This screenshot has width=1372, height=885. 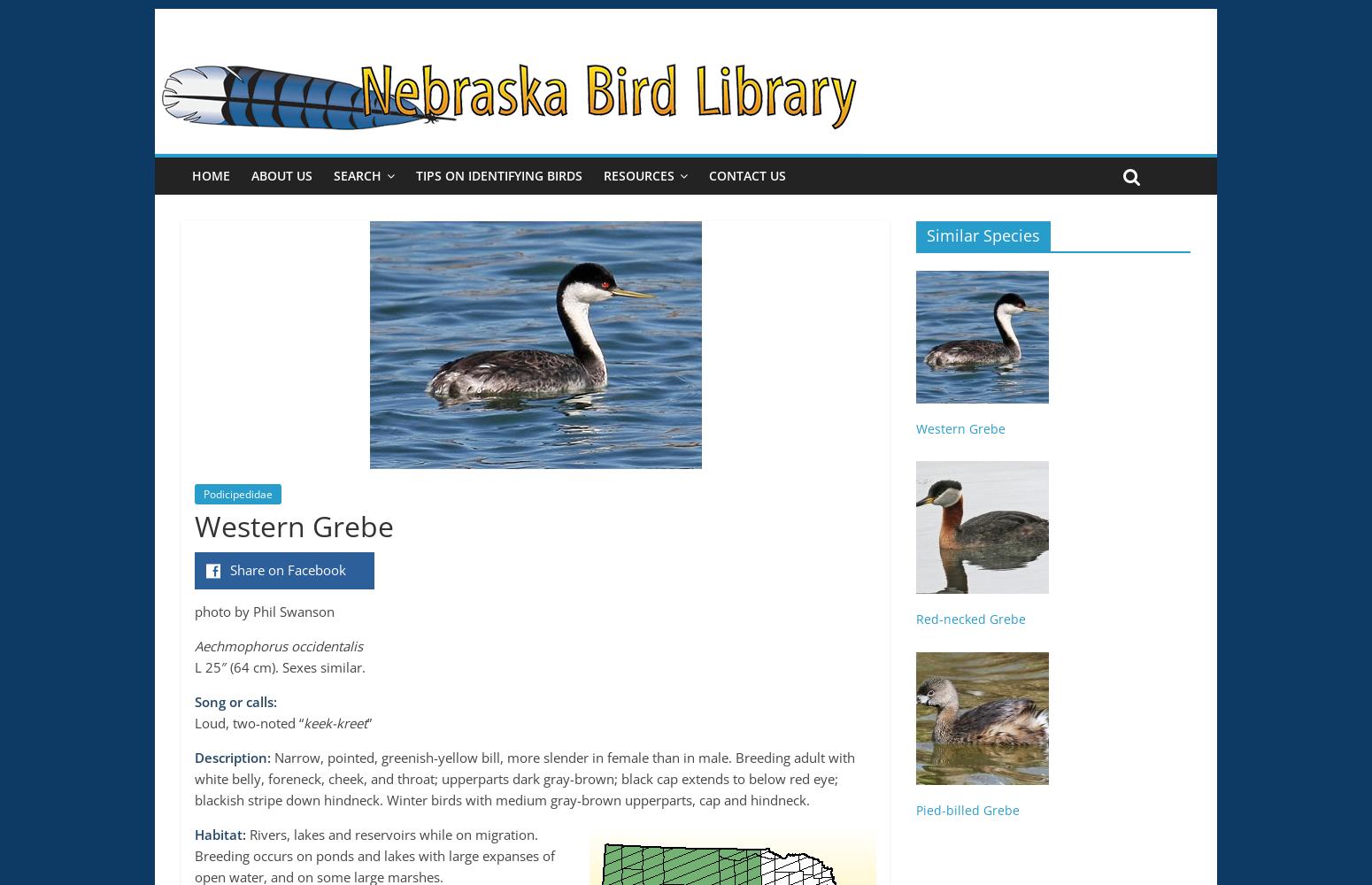 What do you see at coordinates (915, 809) in the screenshot?
I see `'Pied-billed Grebe'` at bounding box center [915, 809].